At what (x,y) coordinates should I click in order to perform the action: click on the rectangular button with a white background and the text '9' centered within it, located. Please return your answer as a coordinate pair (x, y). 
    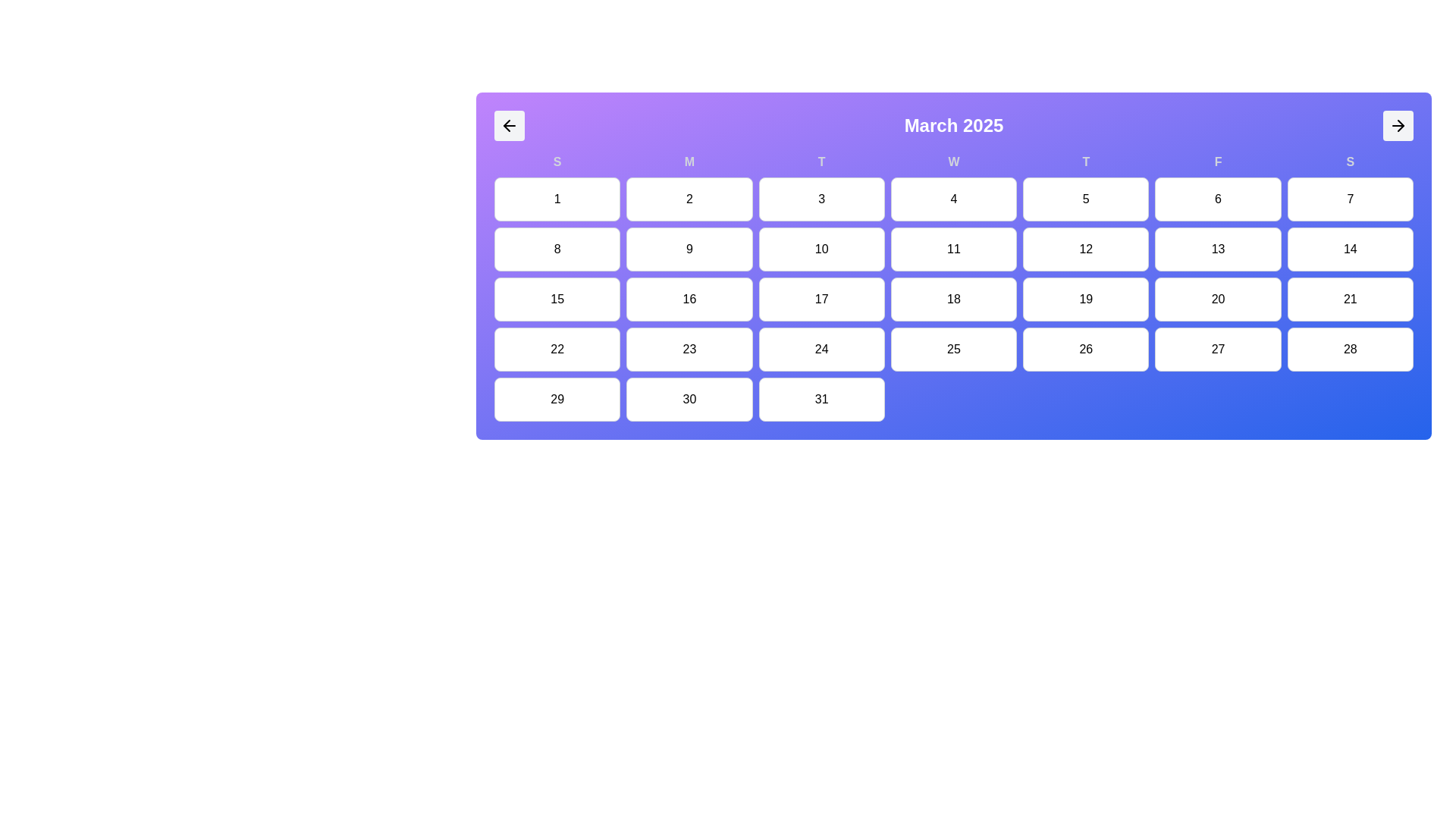
    Looking at the image, I should click on (689, 248).